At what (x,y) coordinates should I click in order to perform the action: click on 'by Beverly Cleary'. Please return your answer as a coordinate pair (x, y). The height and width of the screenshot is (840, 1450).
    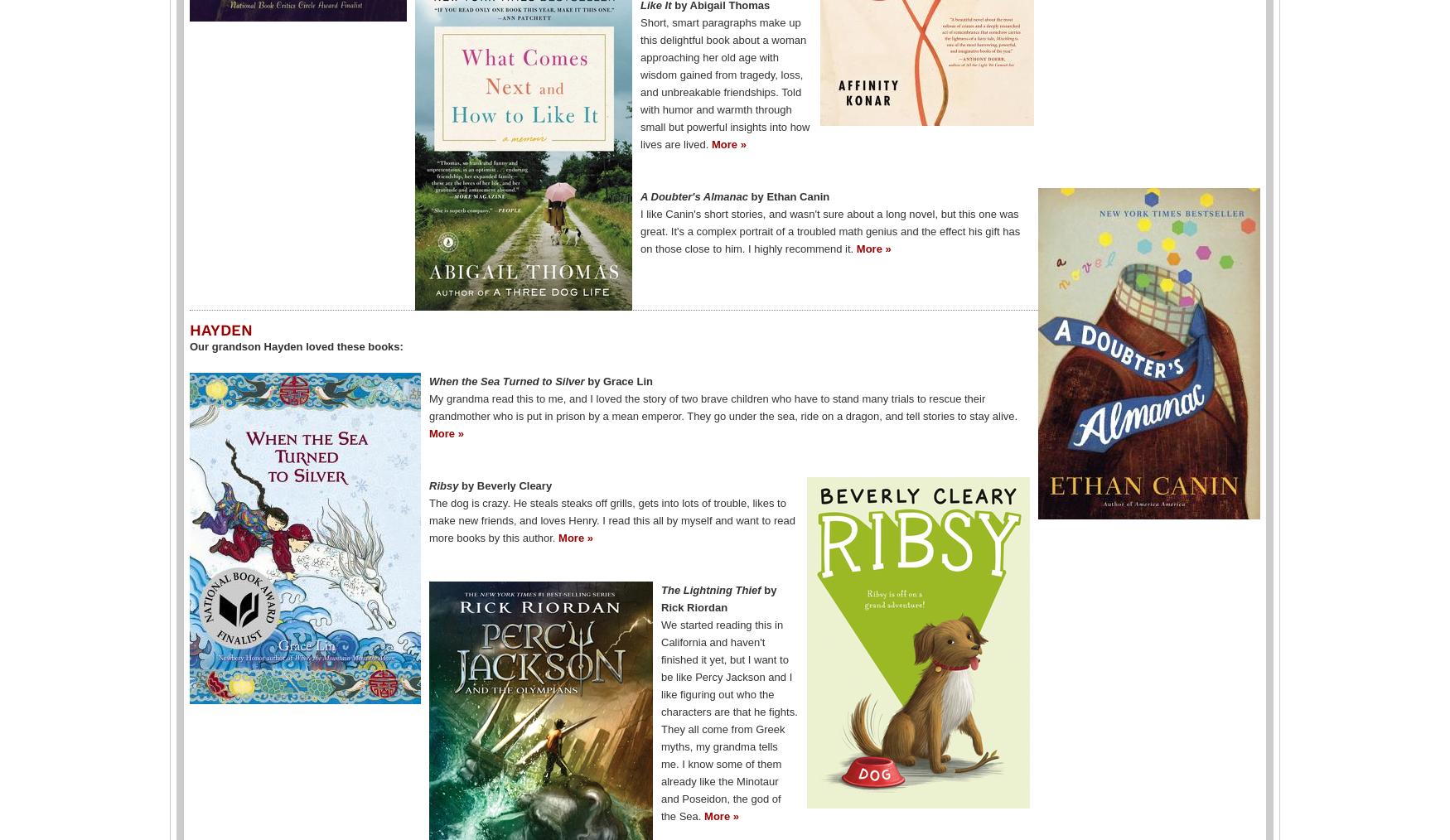
    Looking at the image, I should click on (506, 484).